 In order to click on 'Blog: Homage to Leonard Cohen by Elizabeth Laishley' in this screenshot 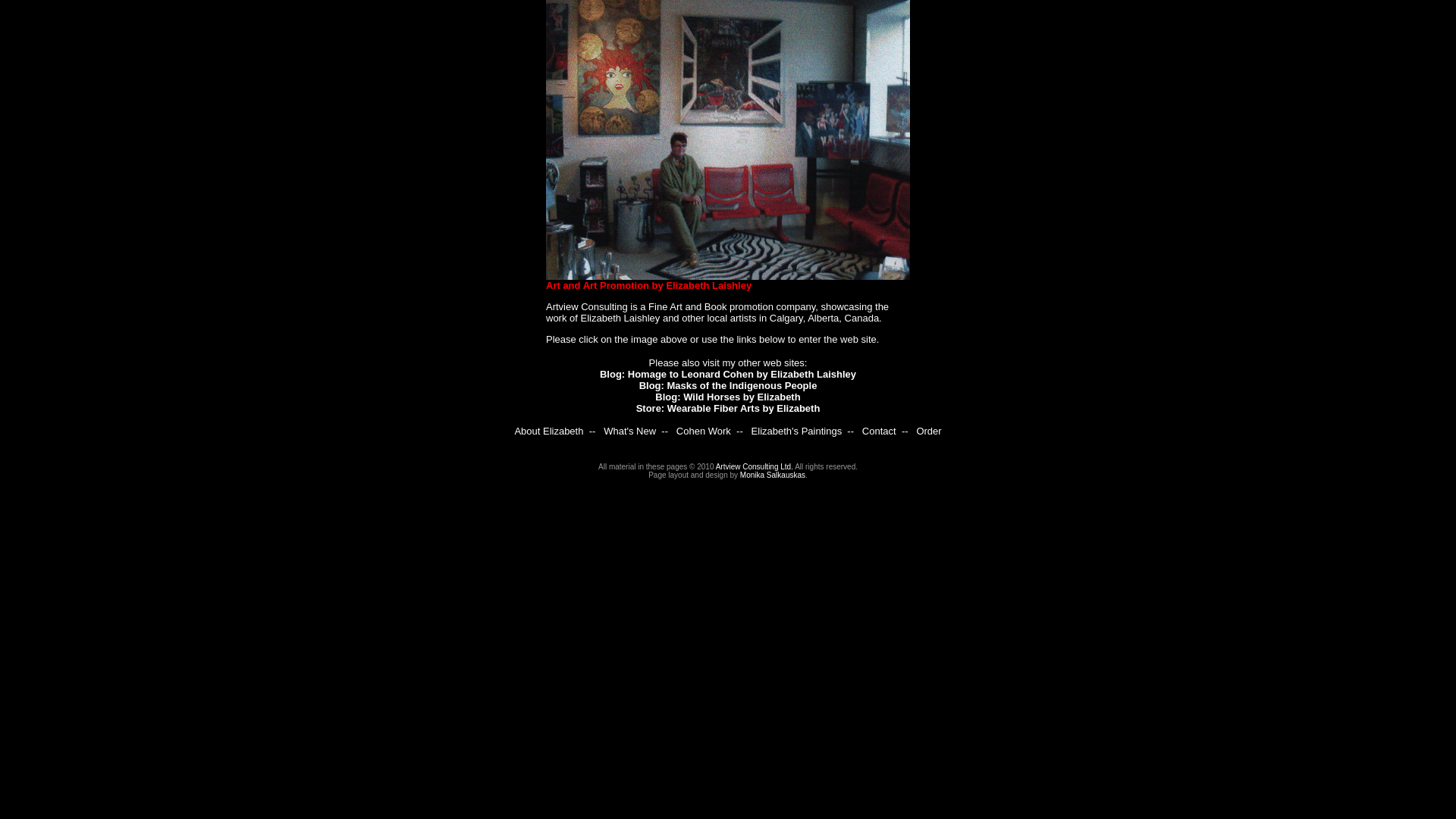, I will do `click(728, 374)`.